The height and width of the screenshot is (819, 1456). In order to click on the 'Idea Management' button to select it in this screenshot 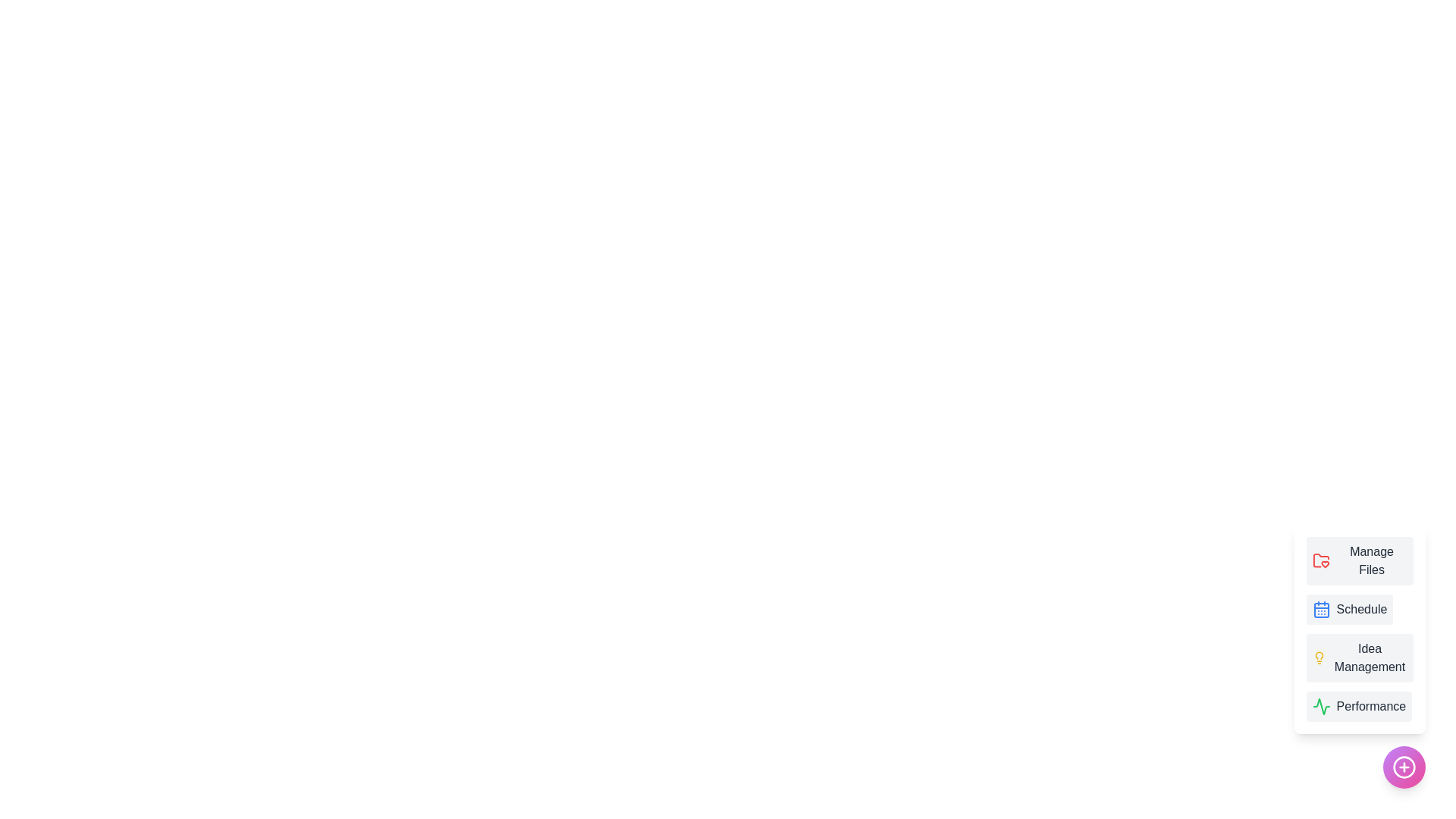, I will do `click(1360, 657)`.